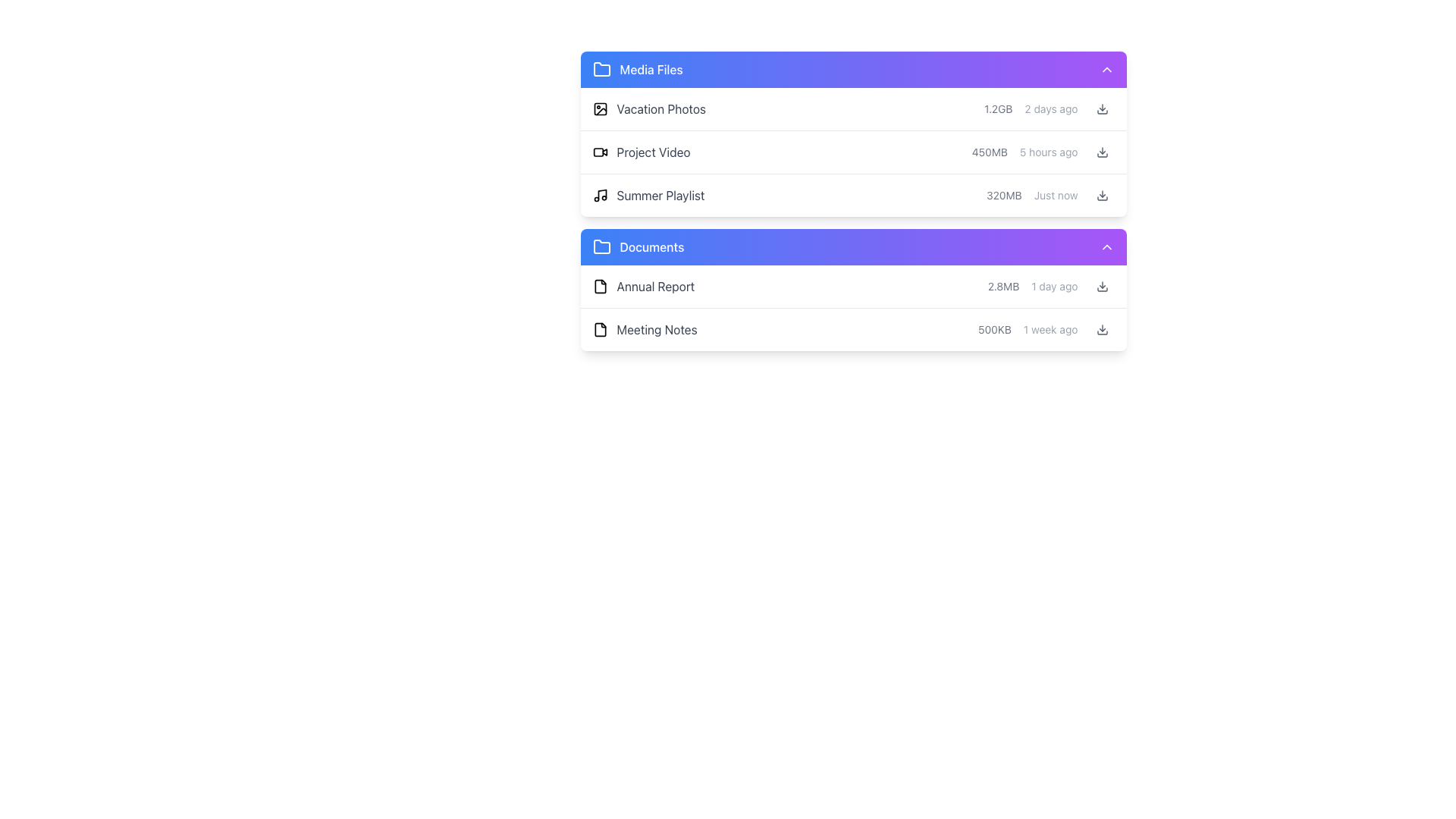 The image size is (1456, 819). Describe the element at coordinates (661, 195) in the screenshot. I see `on the bold text label 'Summer Playlist' which is styled in gray and located in the 'Media Files' section, positioned between 'Project Video' and 'Documents'` at that location.